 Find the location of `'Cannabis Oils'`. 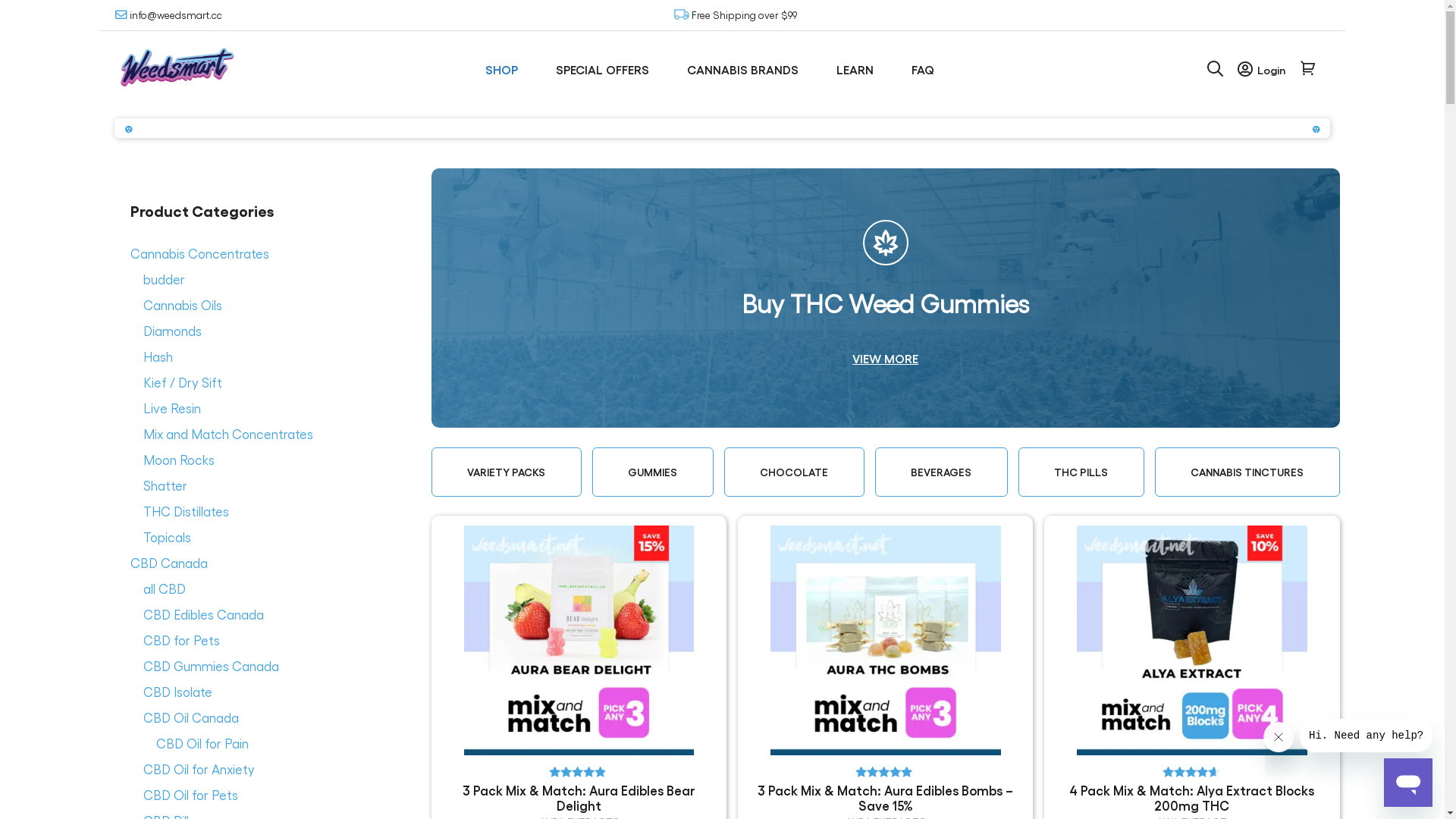

'Cannabis Oils' is located at coordinates (182, 304).